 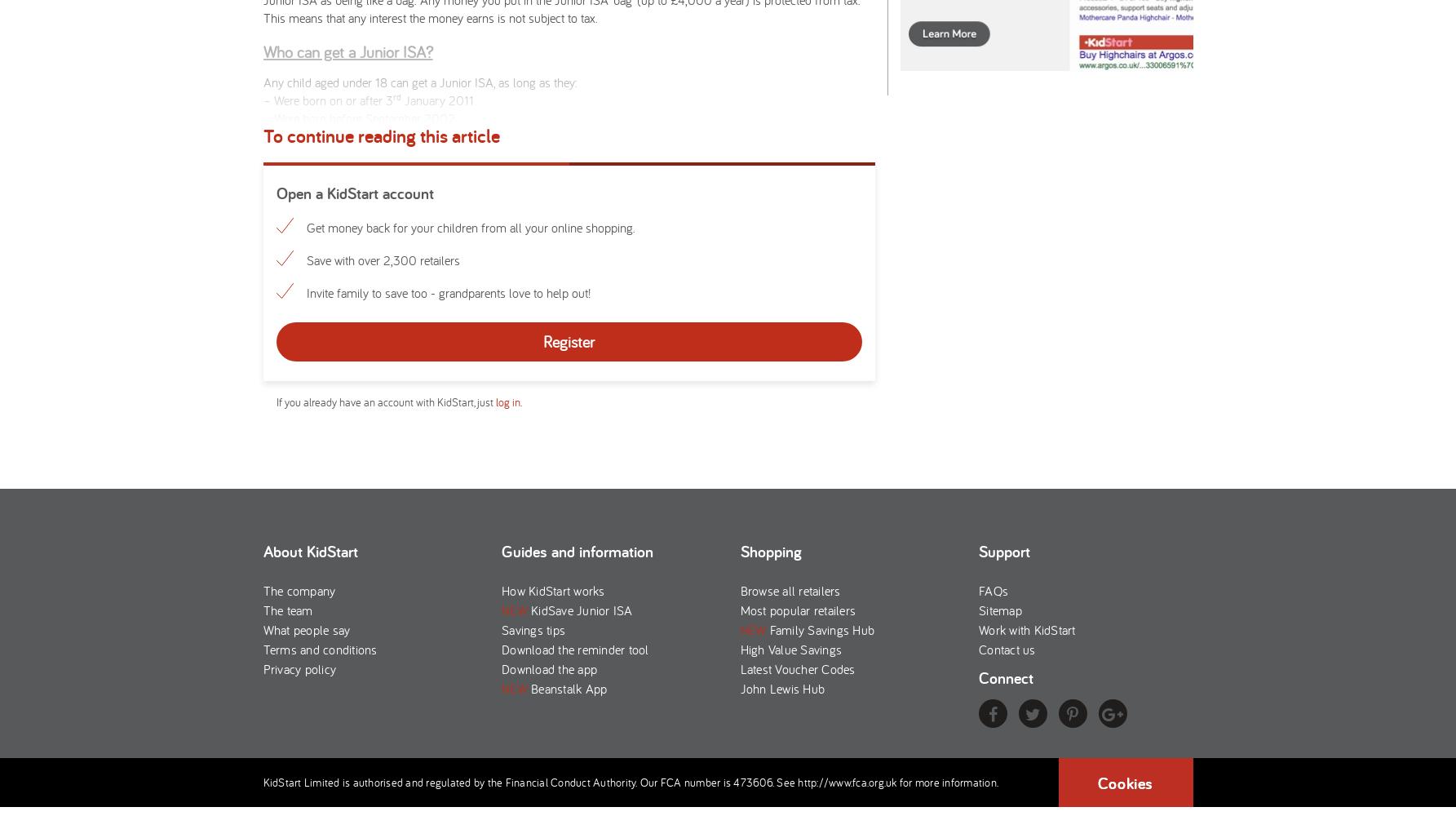 What do you see at coordinates (549, 561) in the screenshot?
I see `'Junior cash ISAs work just like a normal savings account, except that the interest is tax-free and your child cannot access the money until they are 18.'` at bounding box center [549, 561].